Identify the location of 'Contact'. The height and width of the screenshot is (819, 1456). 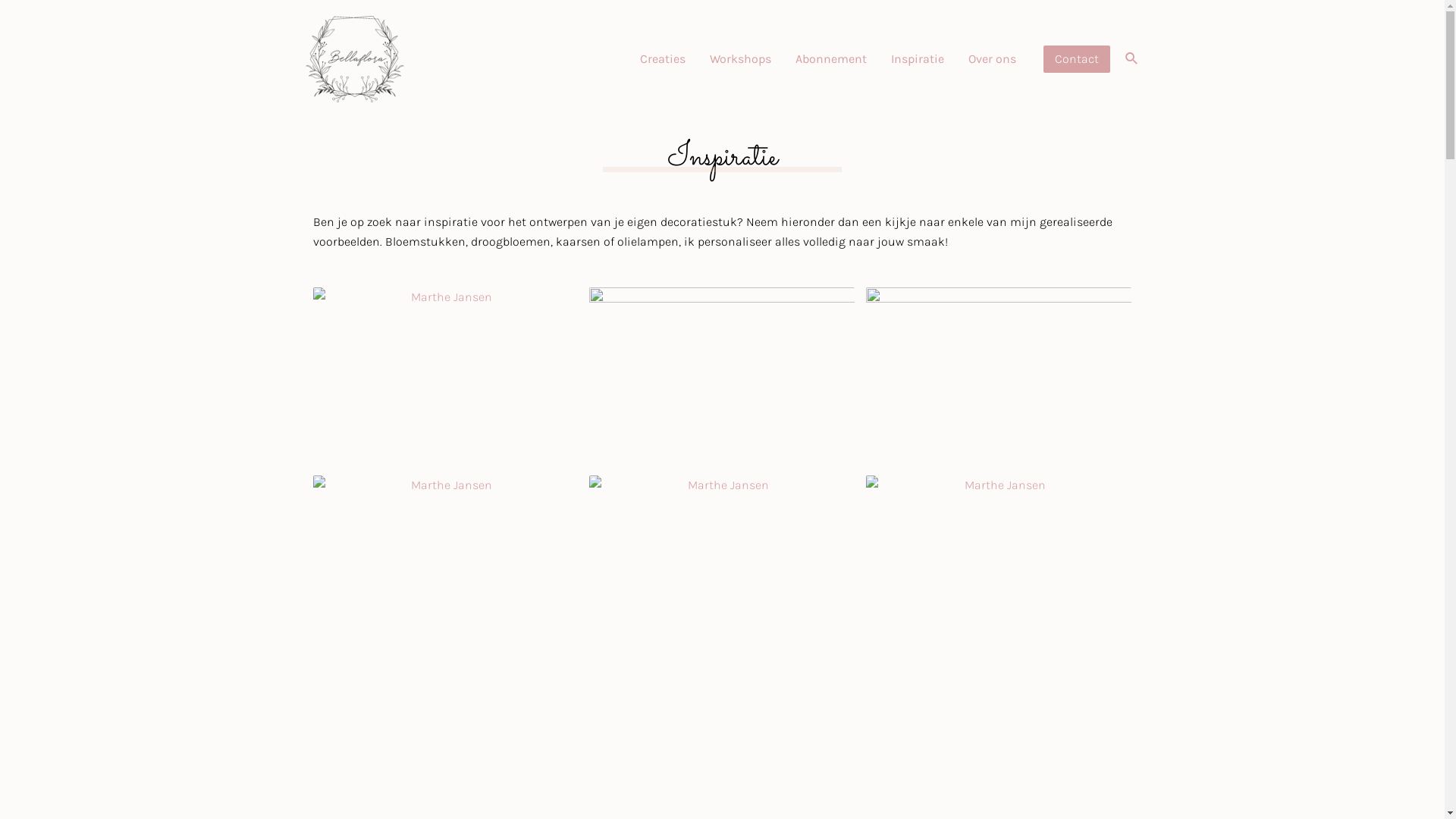
(1076, 58).